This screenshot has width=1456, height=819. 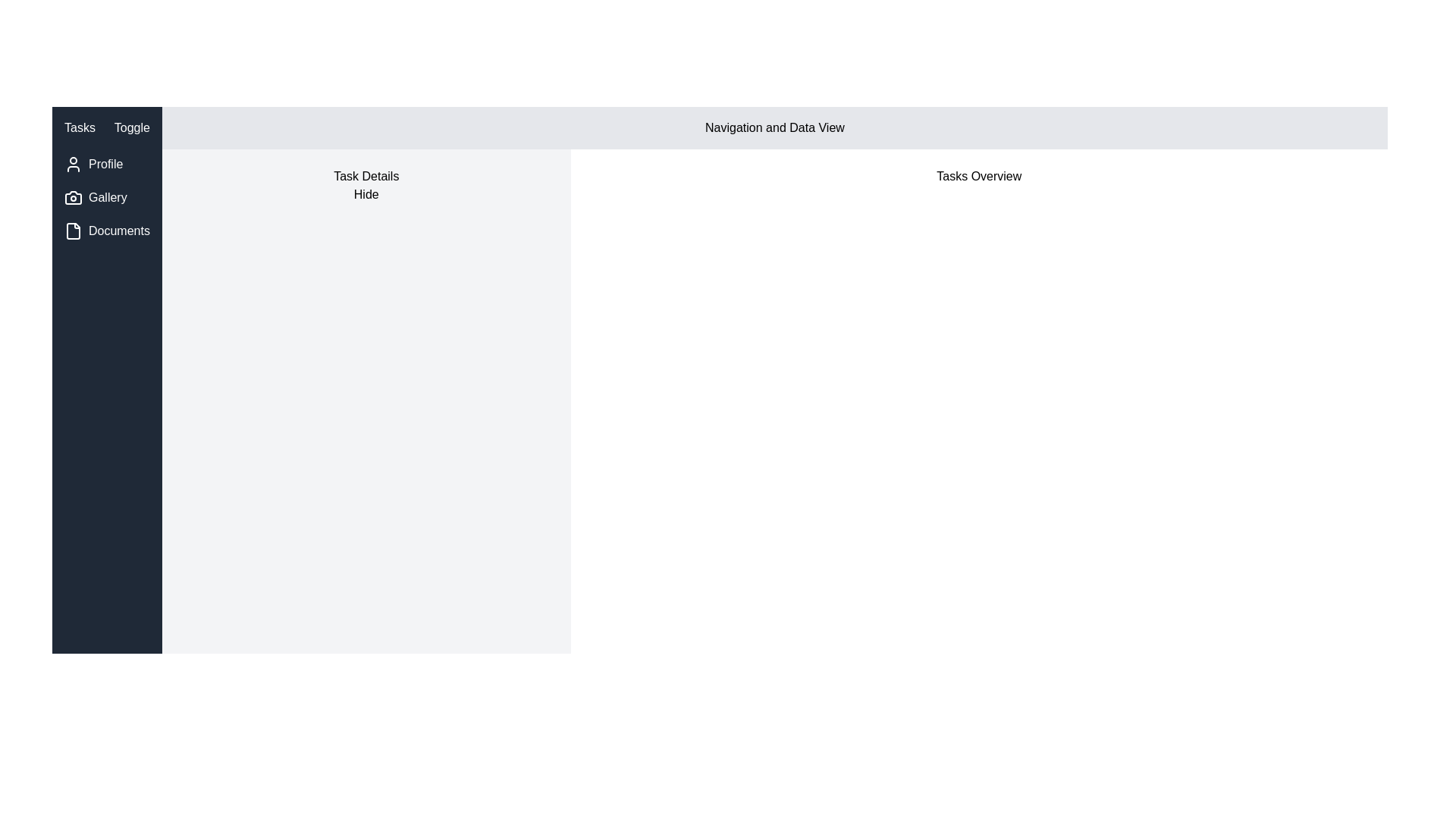 What do you see at coordinates (366, 175) in the screenshot?
I see `the Text label located at the top area of the main panel, which serves as a header for the section below and is positioned just above the 'Hide' button` at bounding box center [366, 175].